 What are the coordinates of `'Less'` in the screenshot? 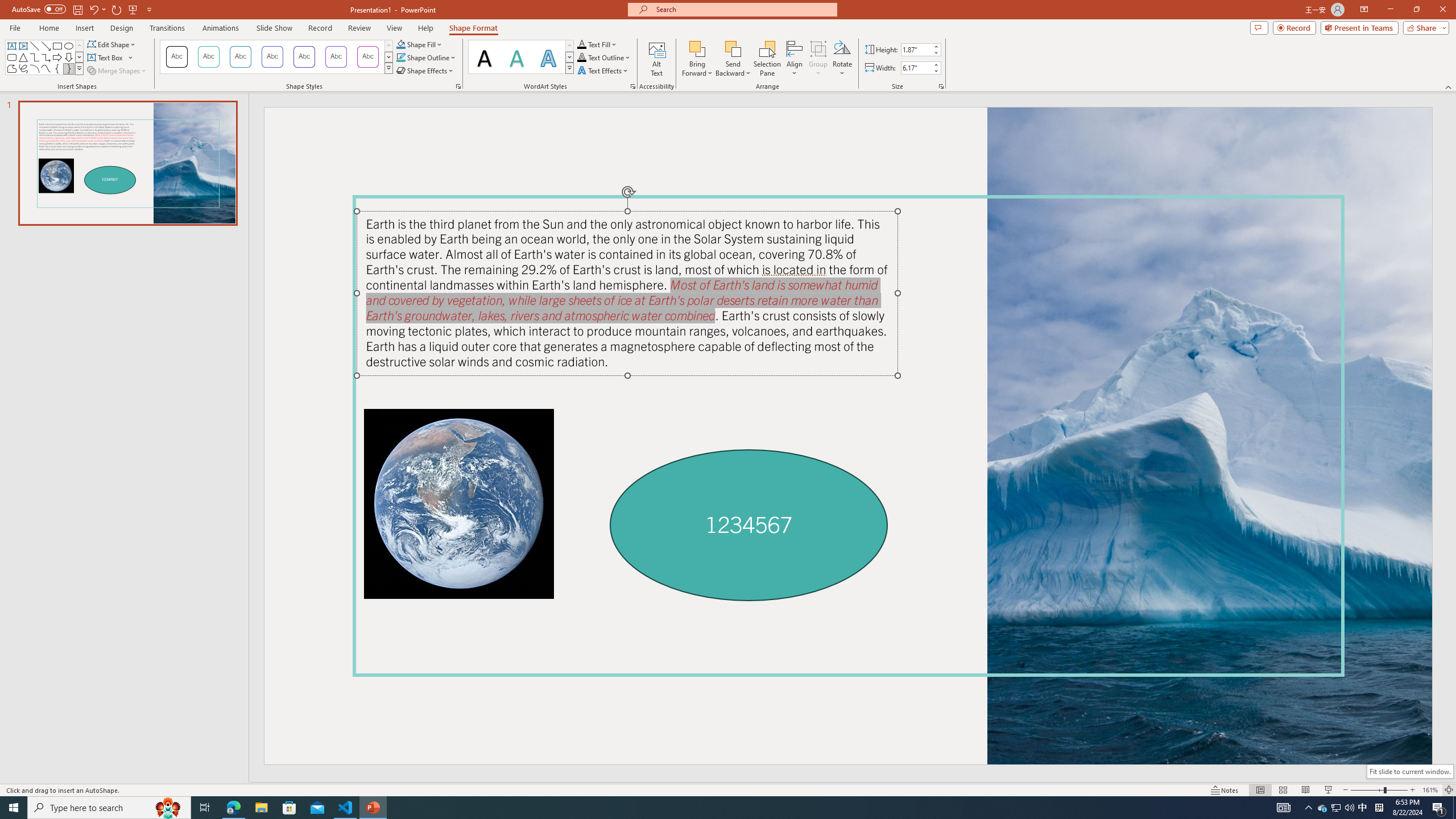 It's located at (934, 70).